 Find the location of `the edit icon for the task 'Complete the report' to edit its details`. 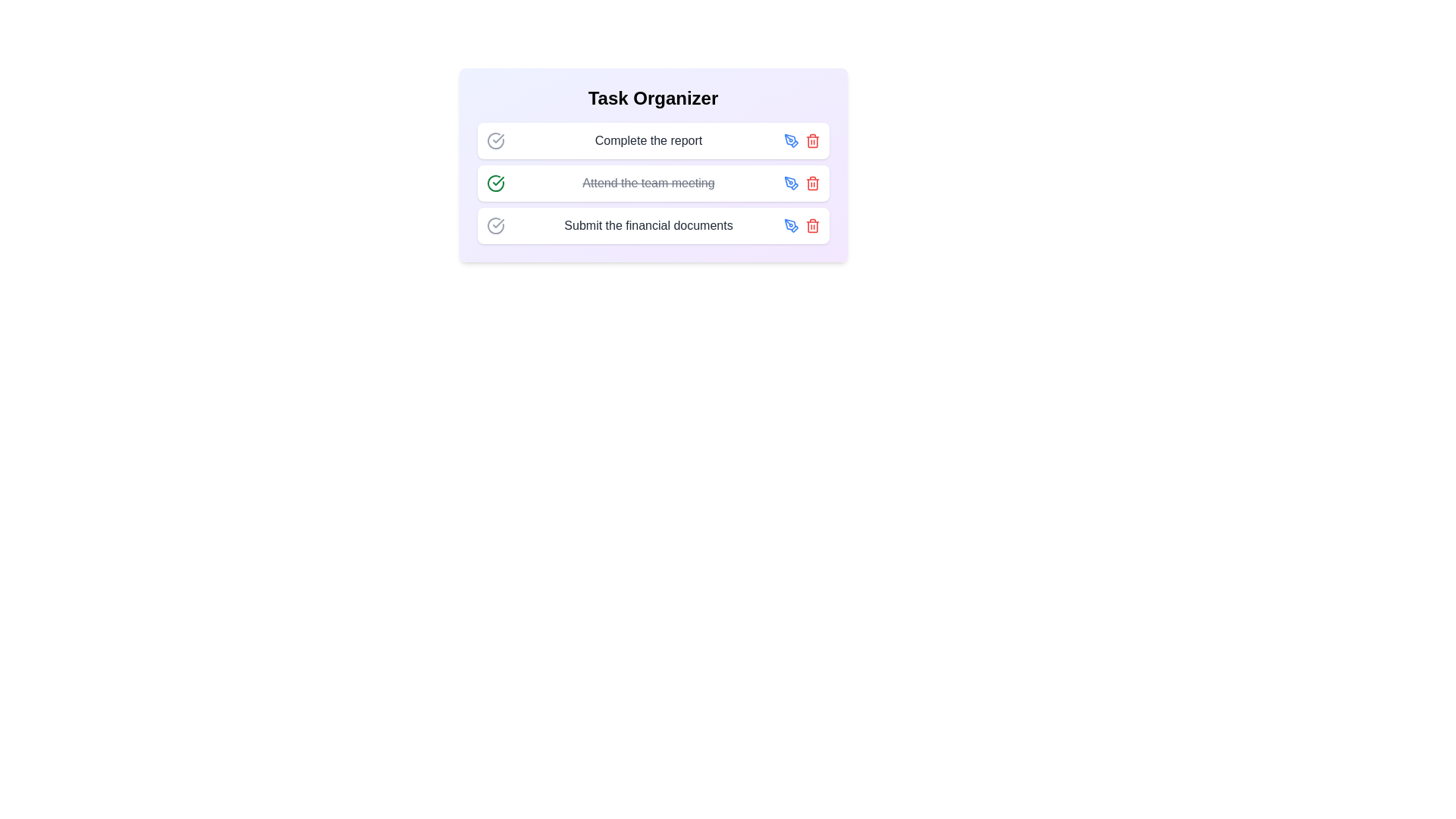

the edit icon for the task 'Complete the report' to edit its details is located at coordinates (790, 140).